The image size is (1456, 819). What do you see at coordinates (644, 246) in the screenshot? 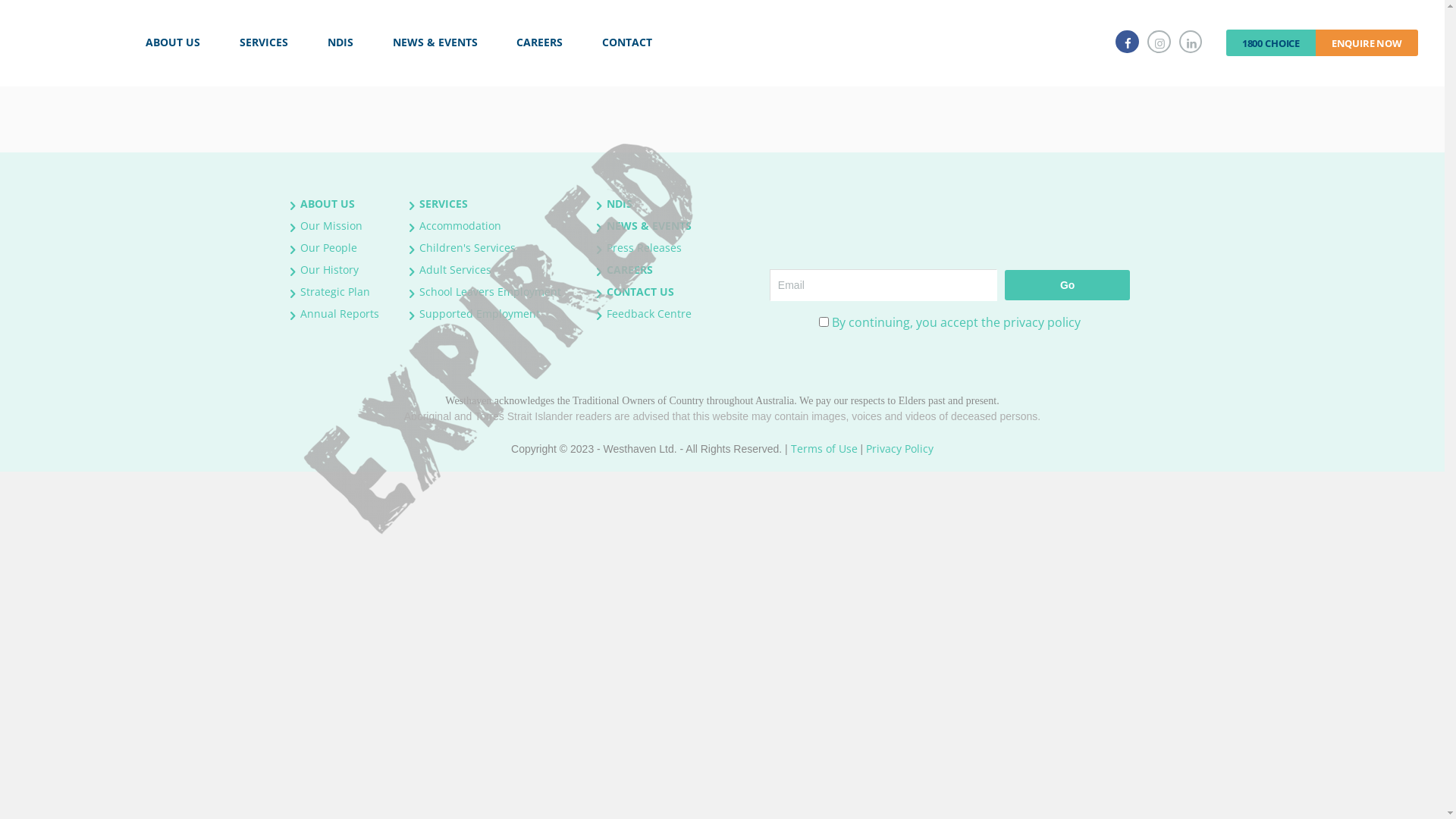
I see `'Press Releases'` at bounding box center [644, 246].